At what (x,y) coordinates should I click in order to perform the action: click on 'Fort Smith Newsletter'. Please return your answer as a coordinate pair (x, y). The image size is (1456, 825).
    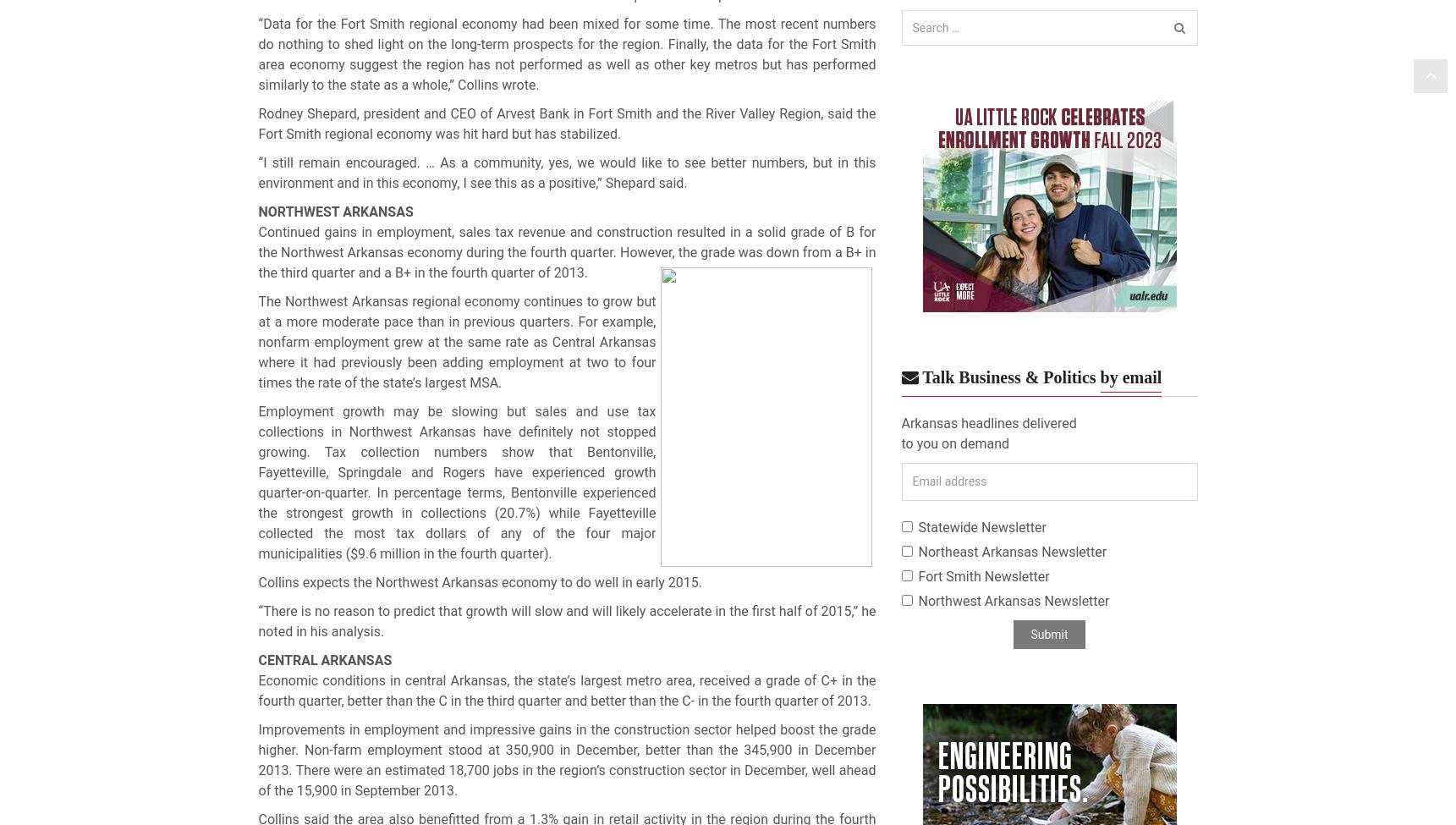
    Looking at the image, I should click on (983, 575).